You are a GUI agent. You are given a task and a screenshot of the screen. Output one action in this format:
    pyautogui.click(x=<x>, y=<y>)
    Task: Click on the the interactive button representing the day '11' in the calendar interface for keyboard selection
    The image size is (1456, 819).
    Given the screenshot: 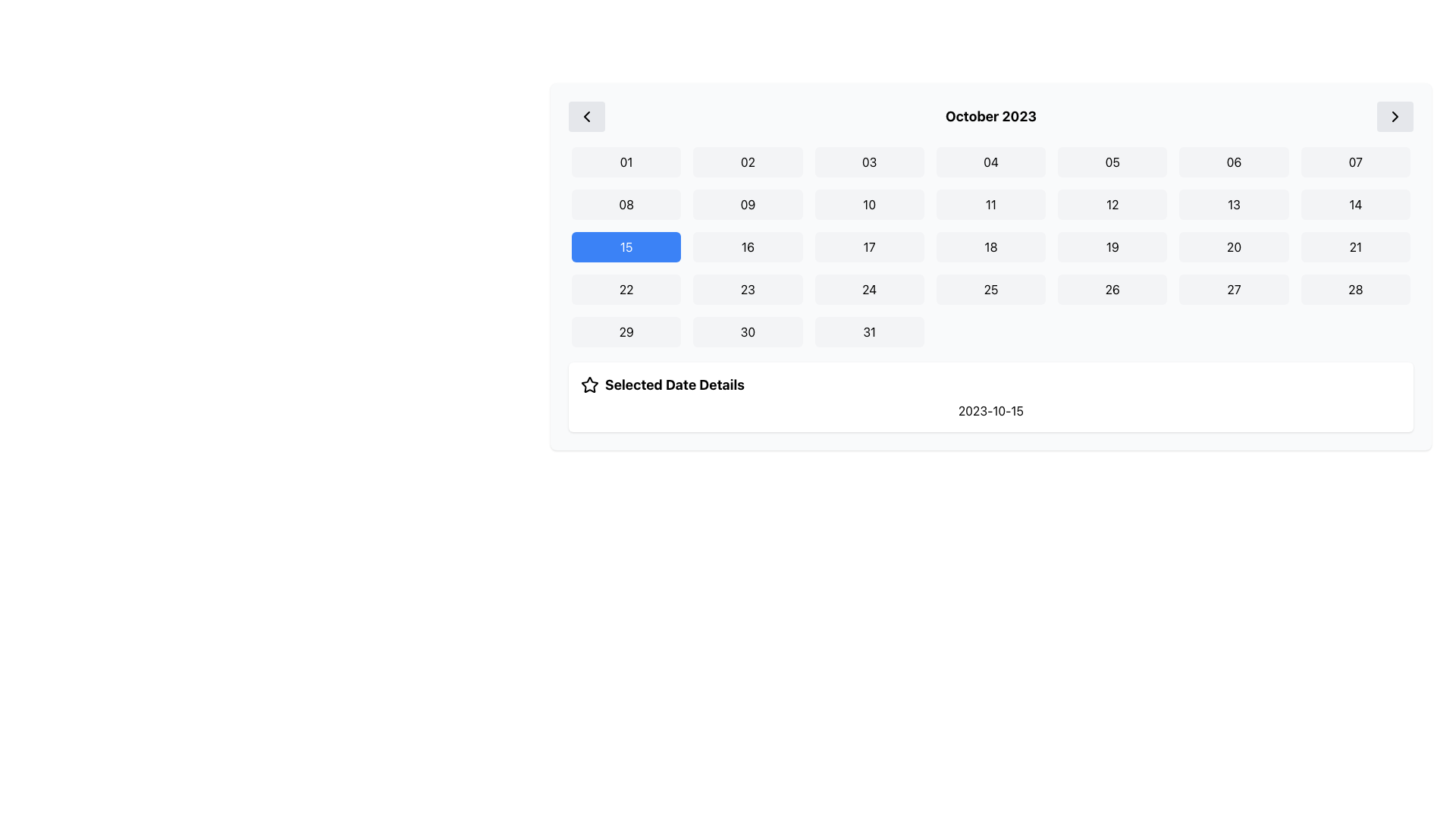 What is the action you would take?
    pyautogui.click(x=990, y=205)
    